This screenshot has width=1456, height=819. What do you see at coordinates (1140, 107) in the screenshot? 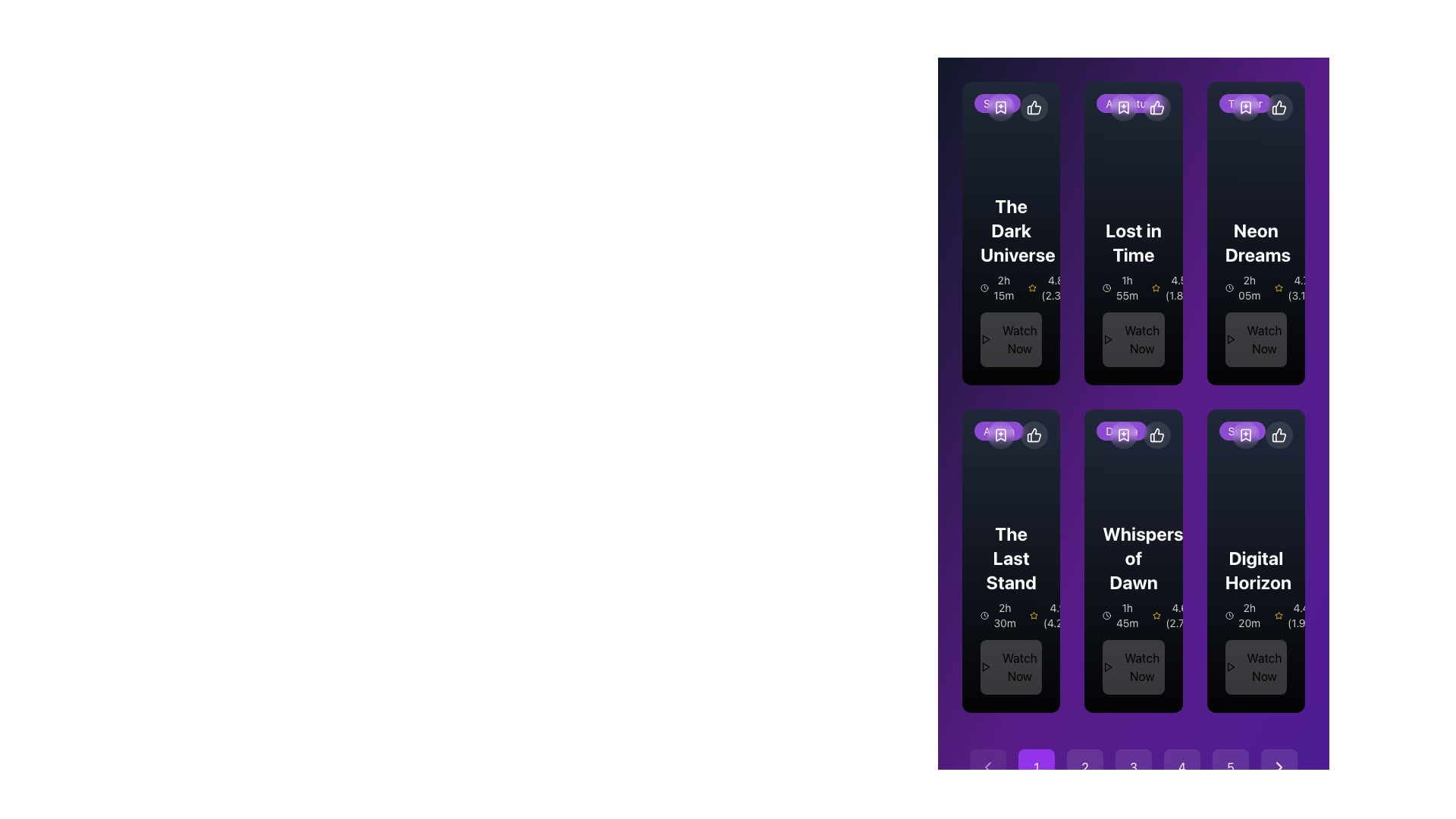
I see `the circular bookmark button located in the upper-right corner of the card displaying the movie 'Lost in Time' to bookmark the movie` at bounding box center [1140, 107].